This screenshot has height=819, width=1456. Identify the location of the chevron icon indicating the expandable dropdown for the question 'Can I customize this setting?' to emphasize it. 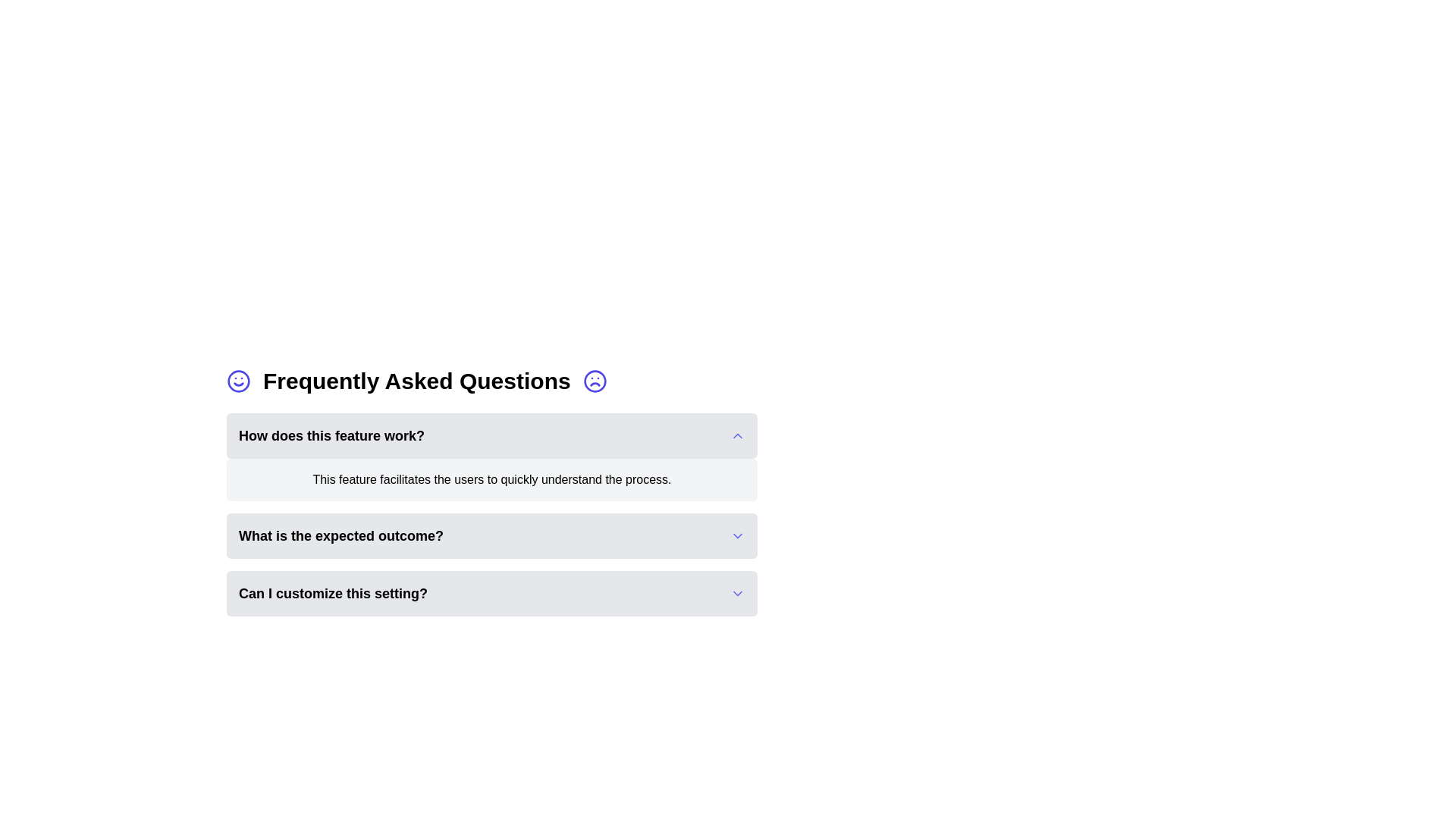
(738, 593).